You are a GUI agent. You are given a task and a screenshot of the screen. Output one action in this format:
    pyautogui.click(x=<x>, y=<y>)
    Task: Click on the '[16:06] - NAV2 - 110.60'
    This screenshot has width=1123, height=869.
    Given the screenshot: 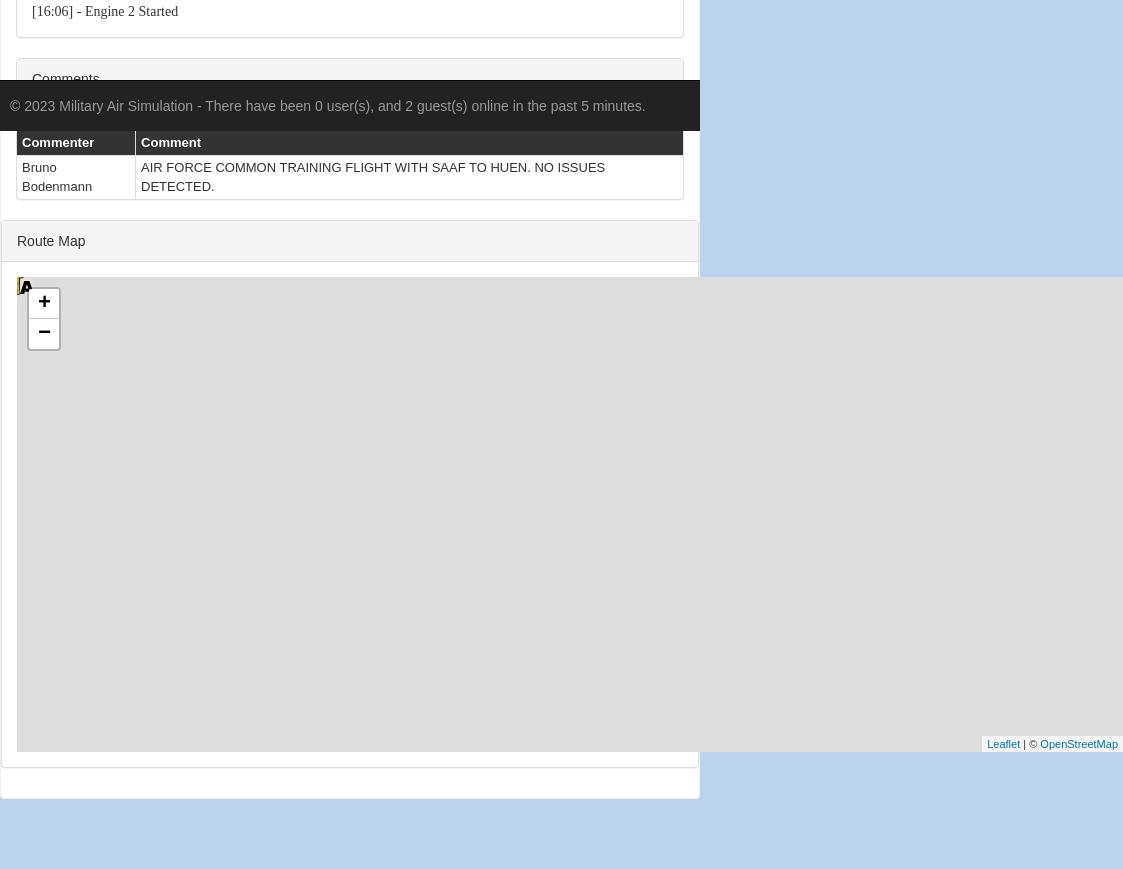 What is the action you would take?
    pyautogui.click(x=99, y=159)
    